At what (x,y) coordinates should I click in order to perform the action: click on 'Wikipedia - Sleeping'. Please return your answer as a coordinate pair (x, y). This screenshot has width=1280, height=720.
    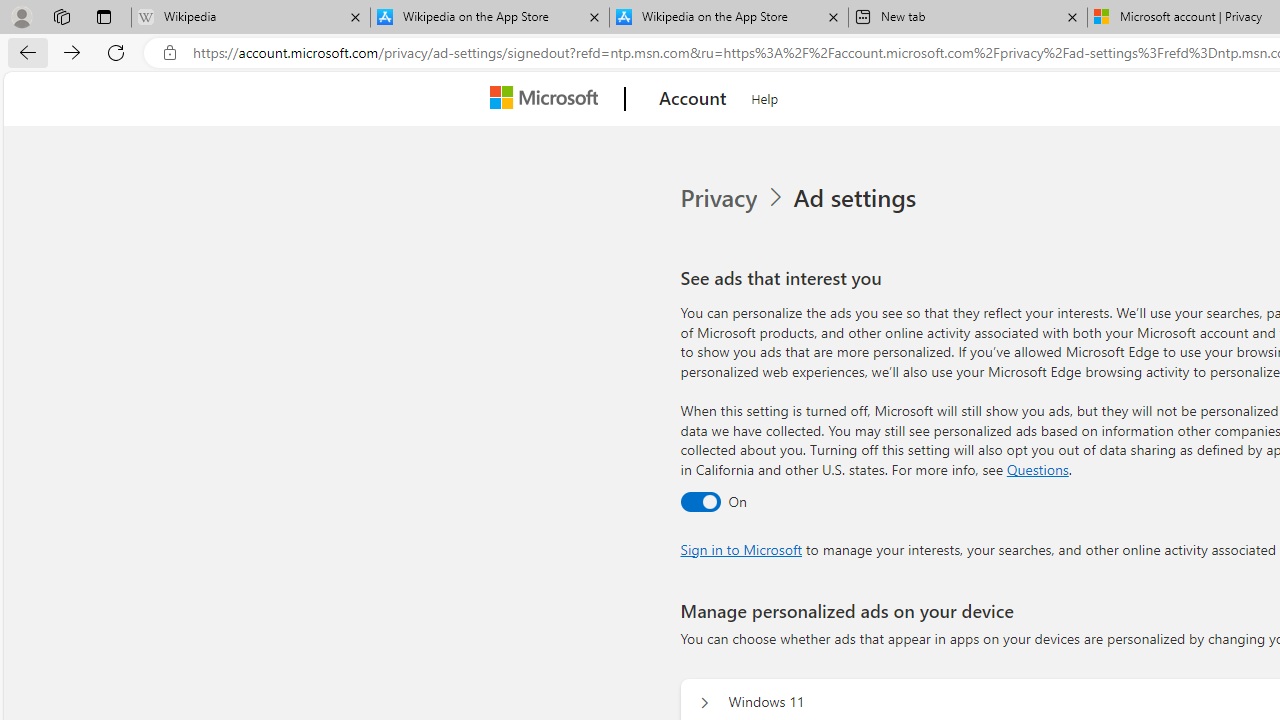
    Looking at the image, I should click on (249, 17).